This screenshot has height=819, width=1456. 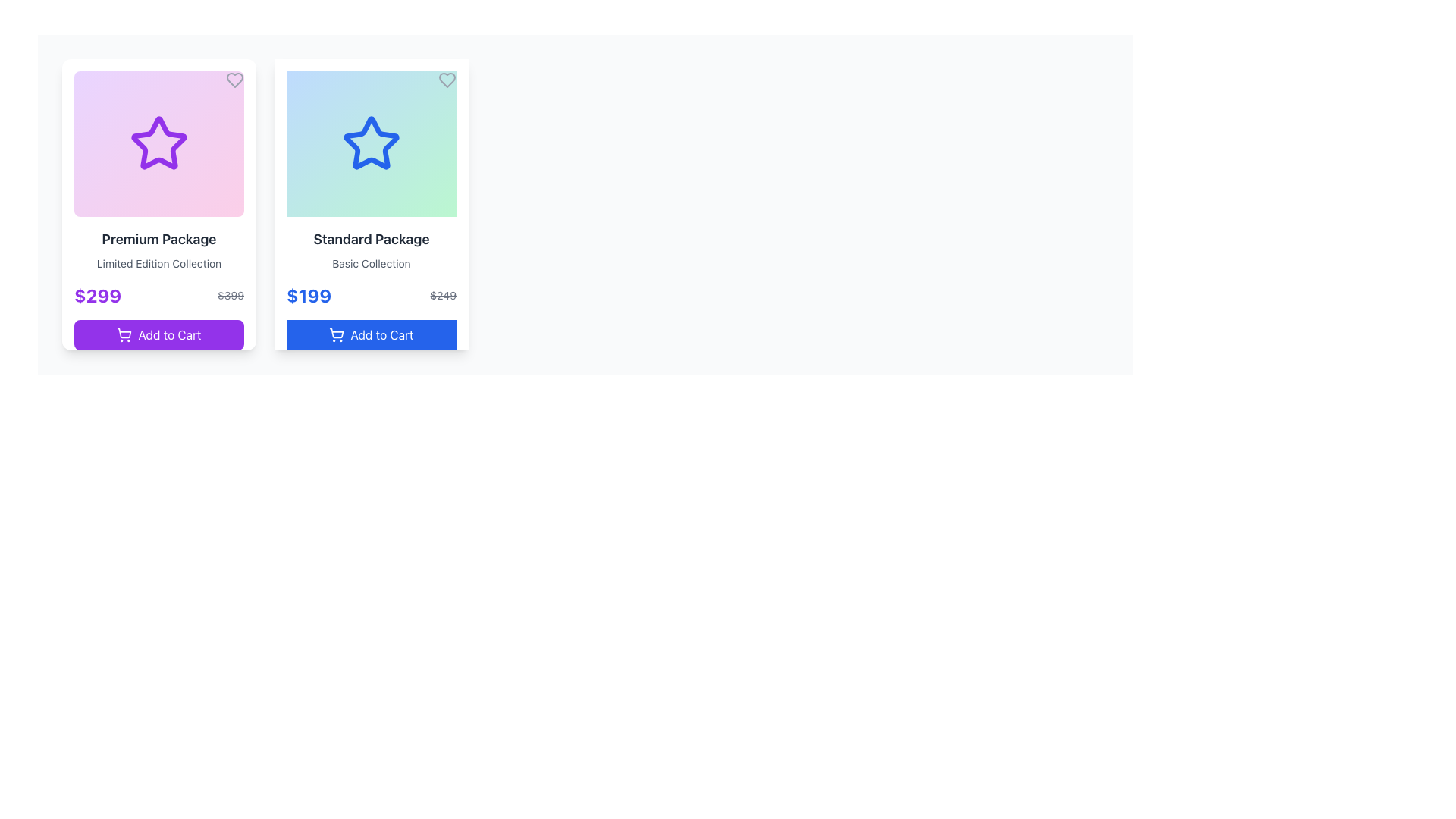 What do you see at coordinates (234, 80) in the screenshot?
I see `the heart icon located in the top-right corner of the 'Premium Package' card to favorite or unfavorite the associated item` at bounding box center [234, 80].